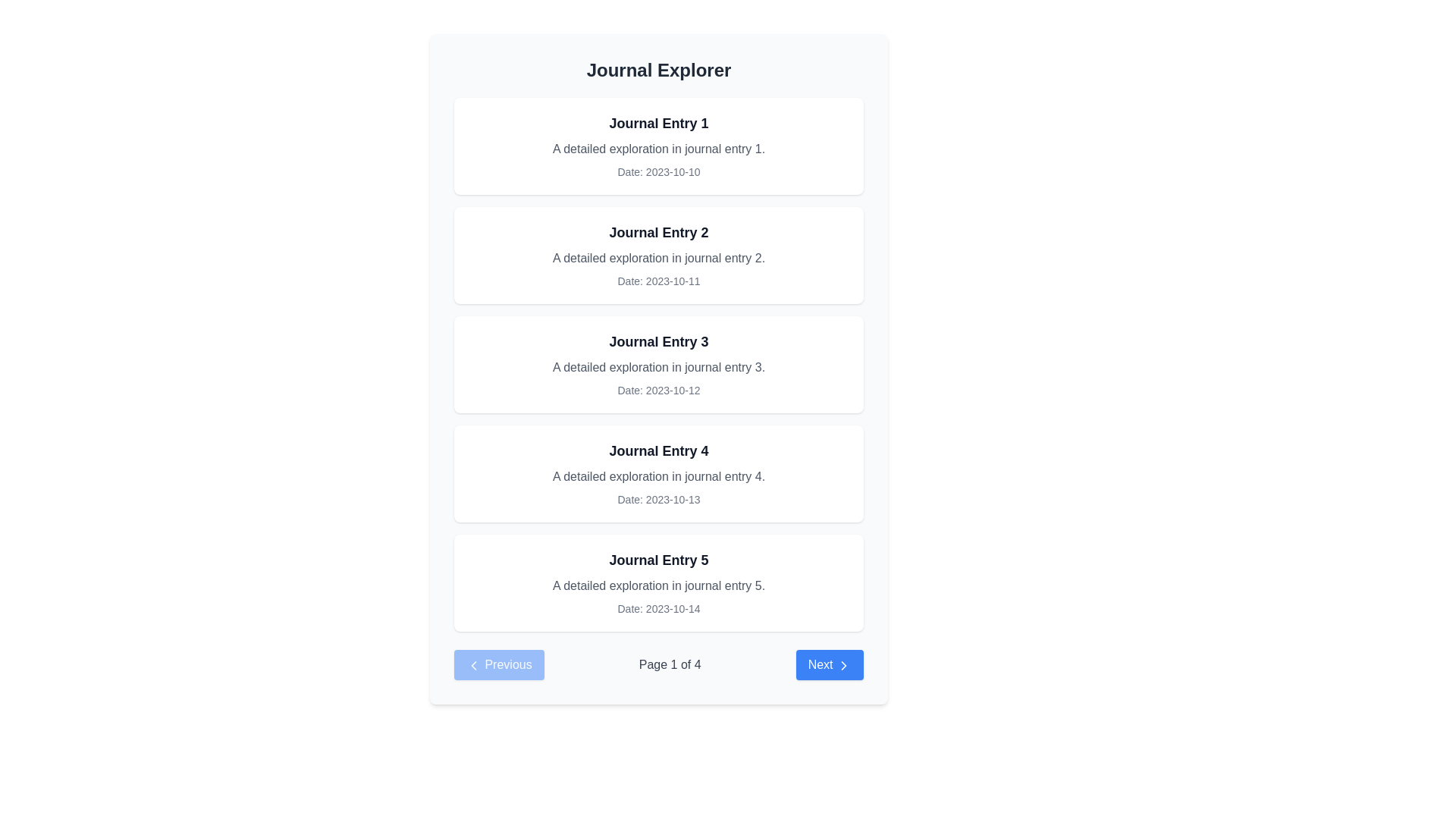 The image size is (1456, 819). What do you see at coordinates (658, 582) in the screenshot?
I see `the fifth journal entry card at the bottom of the list` at bounding box center [658, 582].